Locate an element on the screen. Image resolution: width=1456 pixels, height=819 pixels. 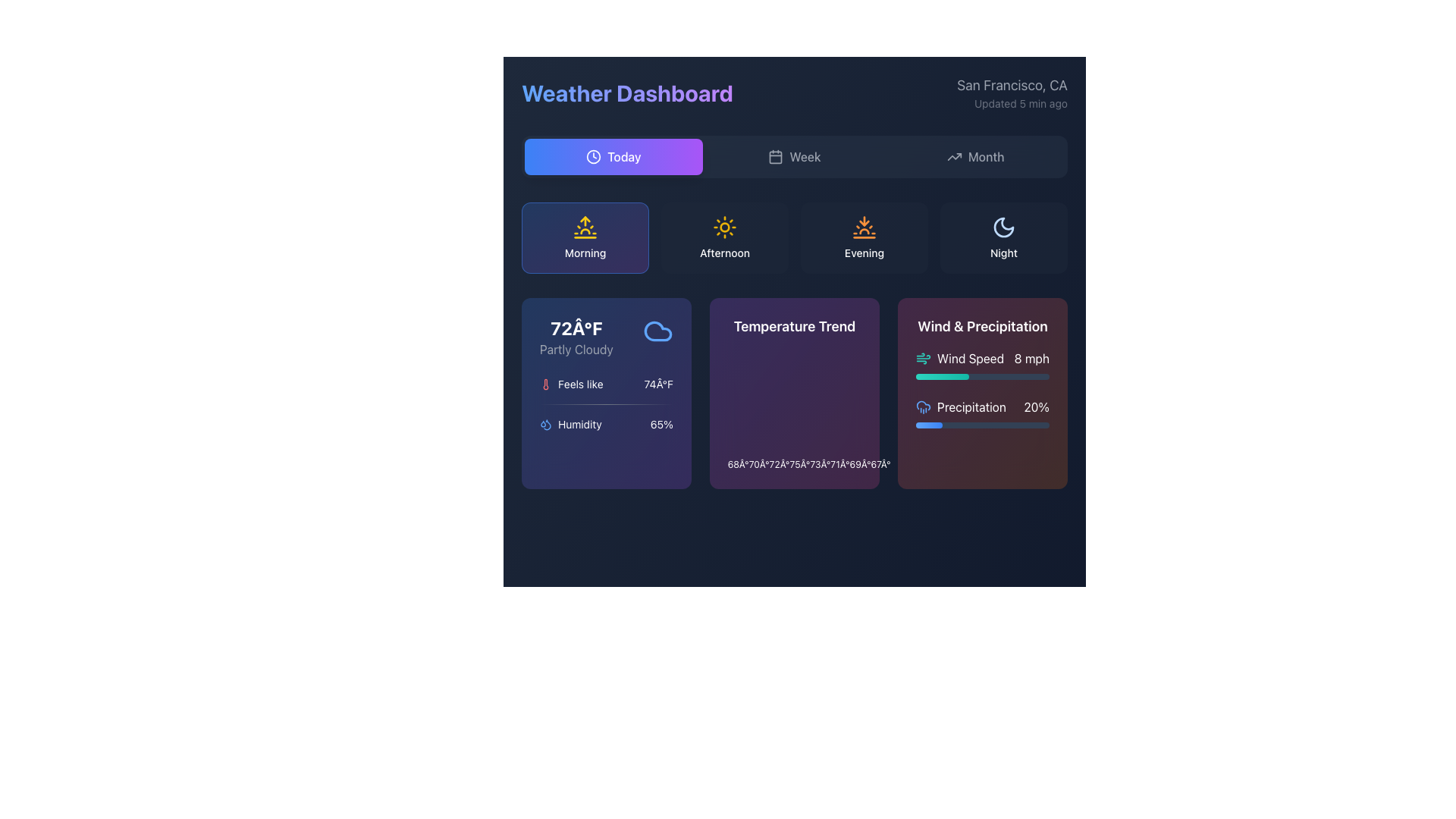
the small clock icon located within the rounded rectangular button labeled 'Today', which is part of a segmented control at the top of the interface is located at coordinates (592, 157).